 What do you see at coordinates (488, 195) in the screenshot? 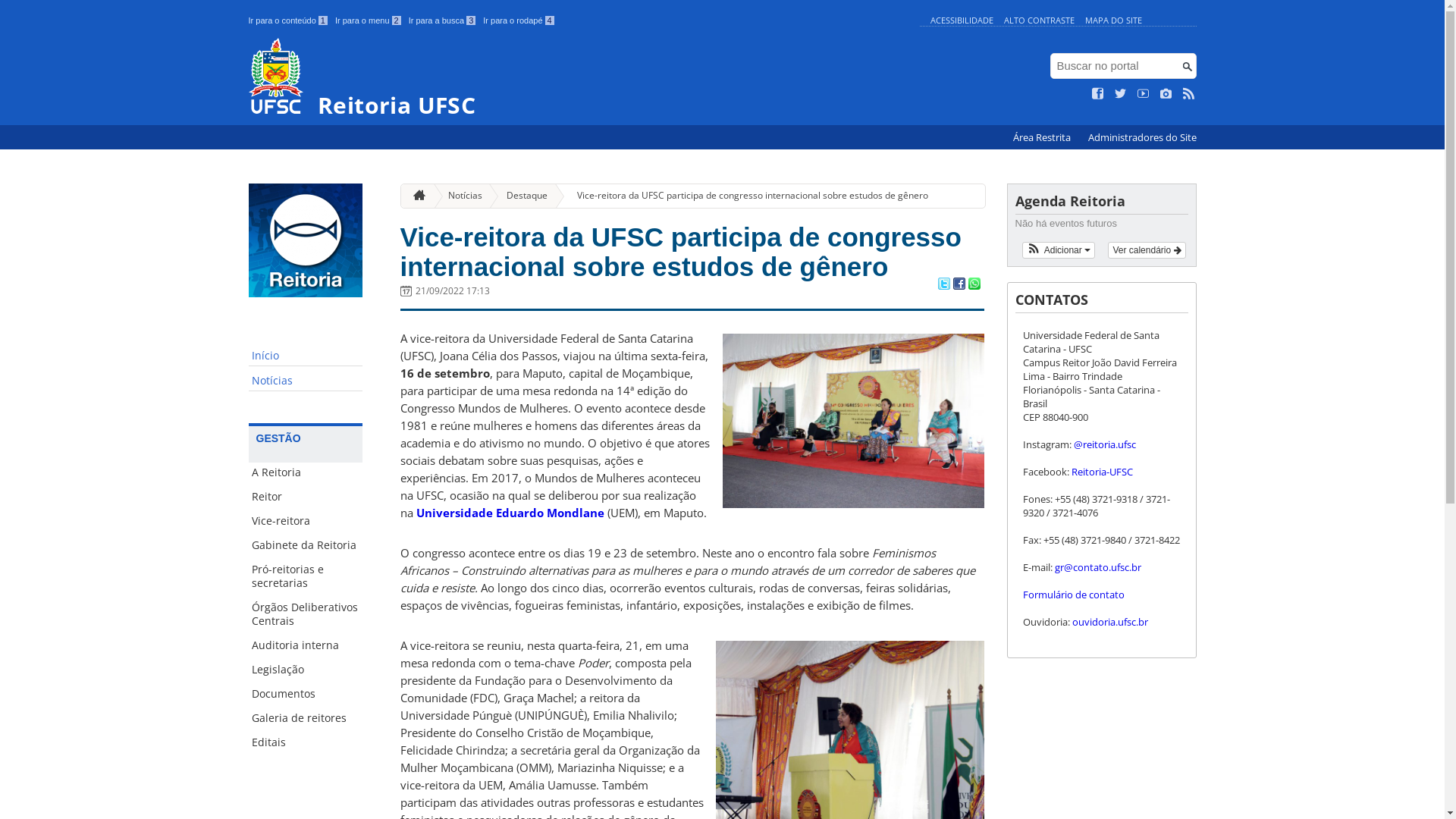
I see `'Destaque'` at bounding box center [488, 195].